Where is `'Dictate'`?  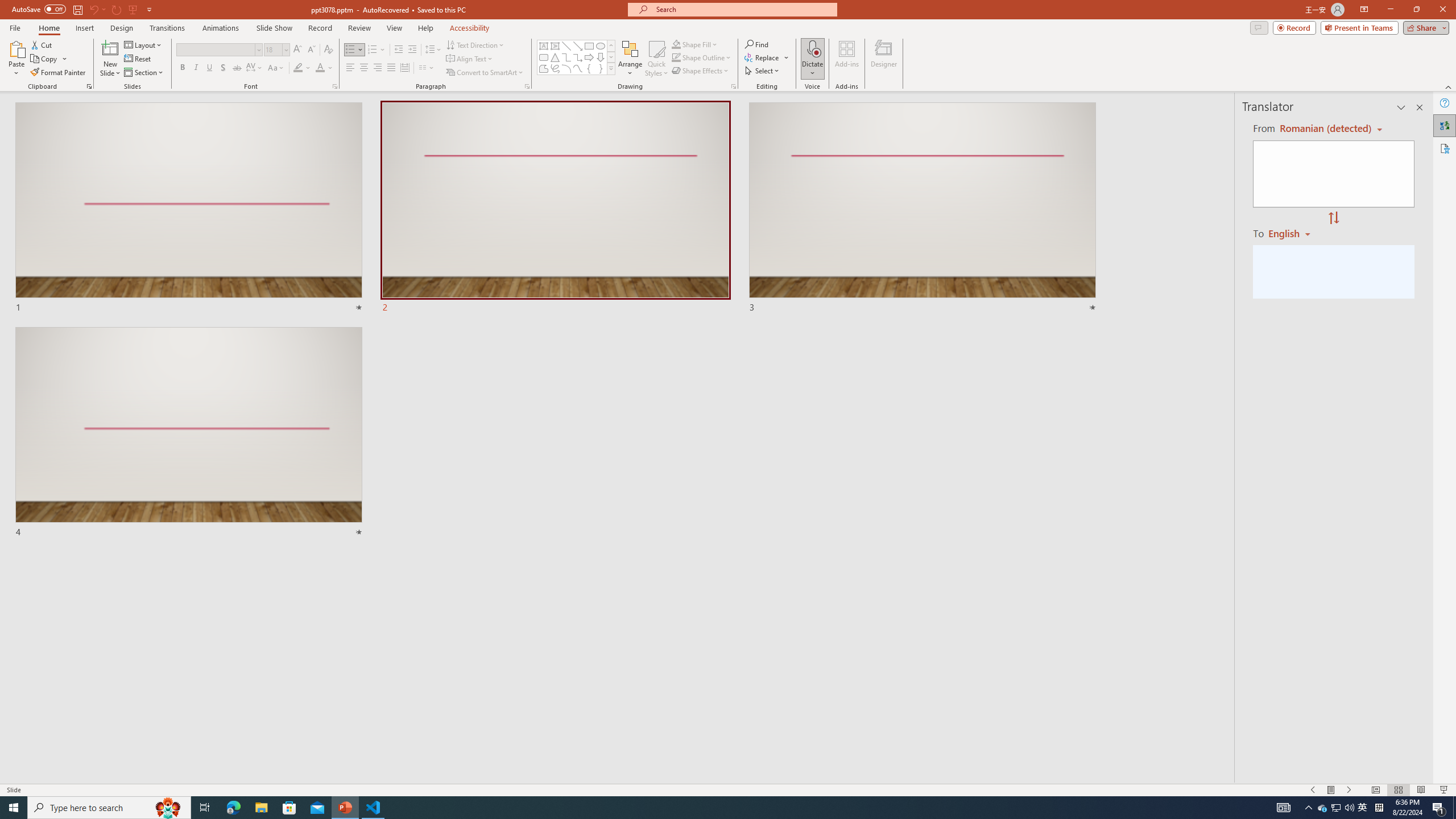 'Dictate' is located at coordinates (812, 48).